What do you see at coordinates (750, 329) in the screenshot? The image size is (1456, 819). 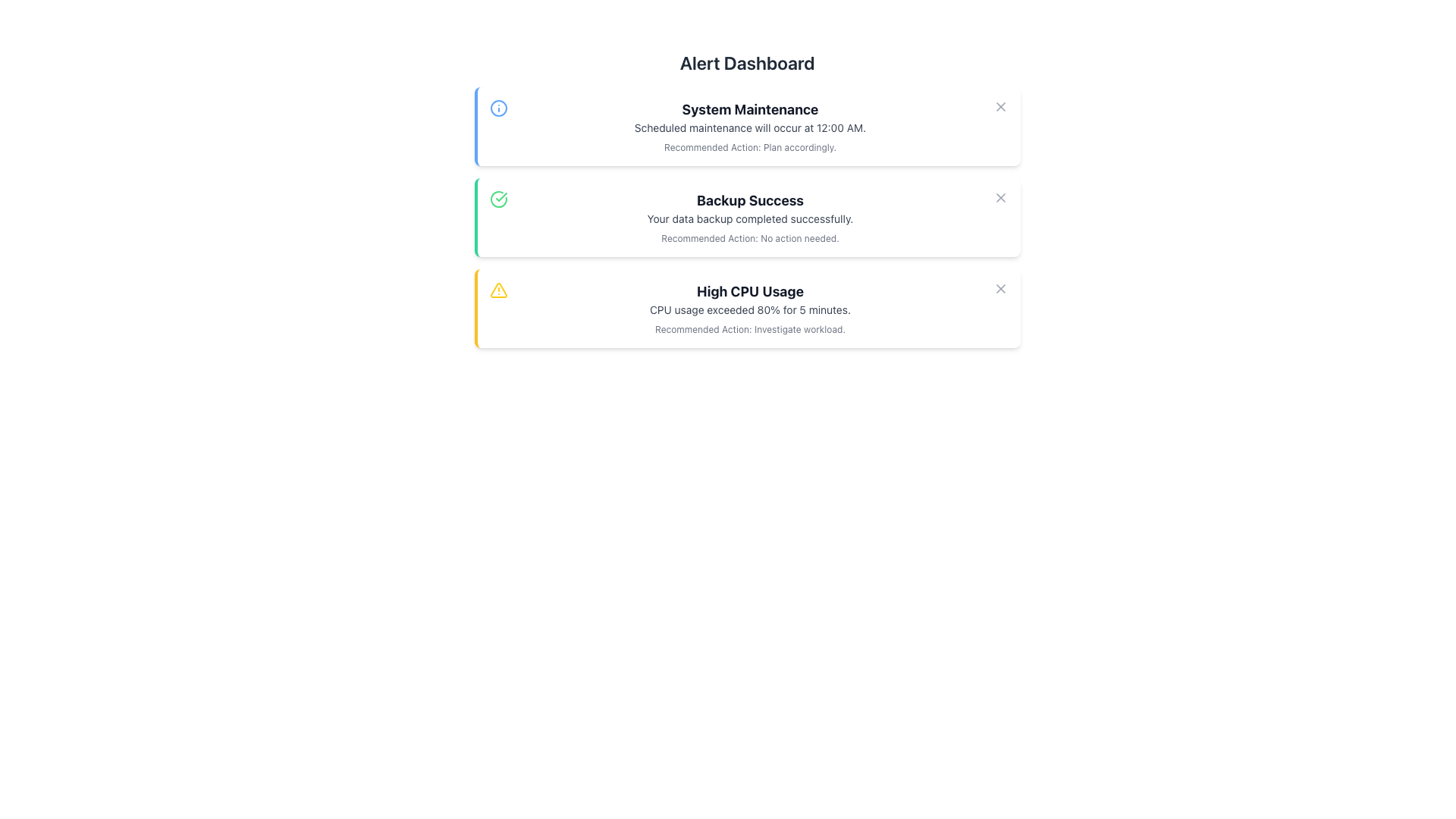 I see `the text label displaying 'Recommended Action: Investigate workload.' which is located below the warning message 'High CPU Usage' in a yellow-highlighted notification box` at bounding box center [750, 329].